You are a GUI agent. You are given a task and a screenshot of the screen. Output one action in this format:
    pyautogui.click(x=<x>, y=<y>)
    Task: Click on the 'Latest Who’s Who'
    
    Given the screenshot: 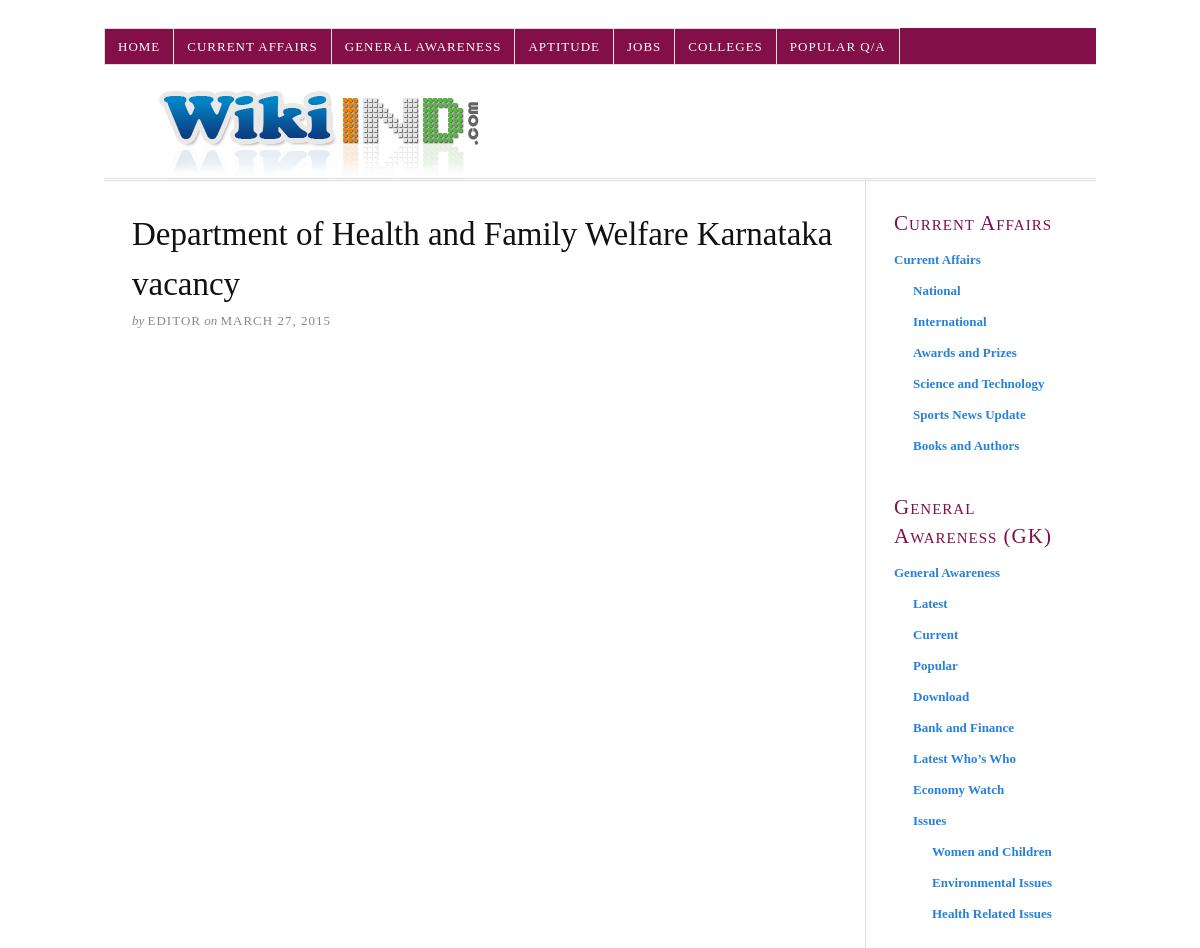 What is the action you would take?
    pyautogui.click(x=964, y=758)
    